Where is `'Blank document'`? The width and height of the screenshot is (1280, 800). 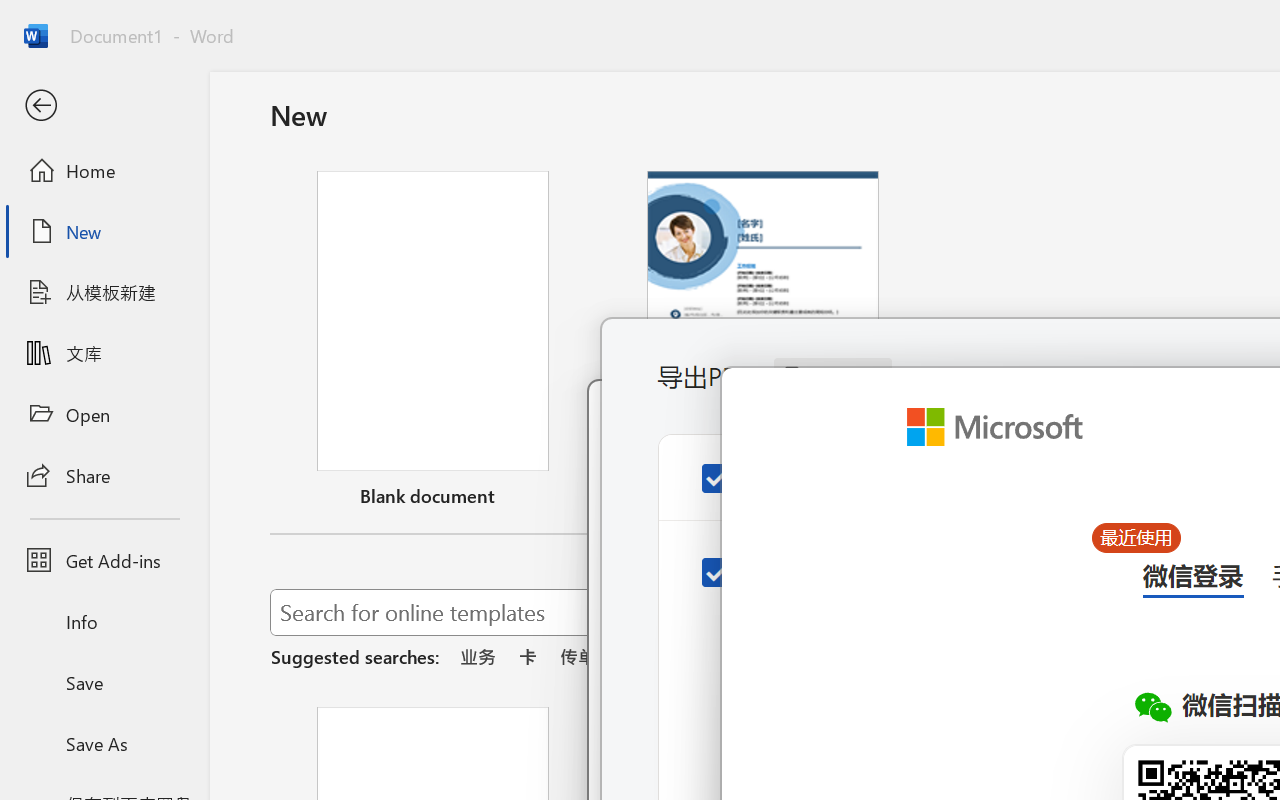 'Blank document' is located at coordinates (432, 343).